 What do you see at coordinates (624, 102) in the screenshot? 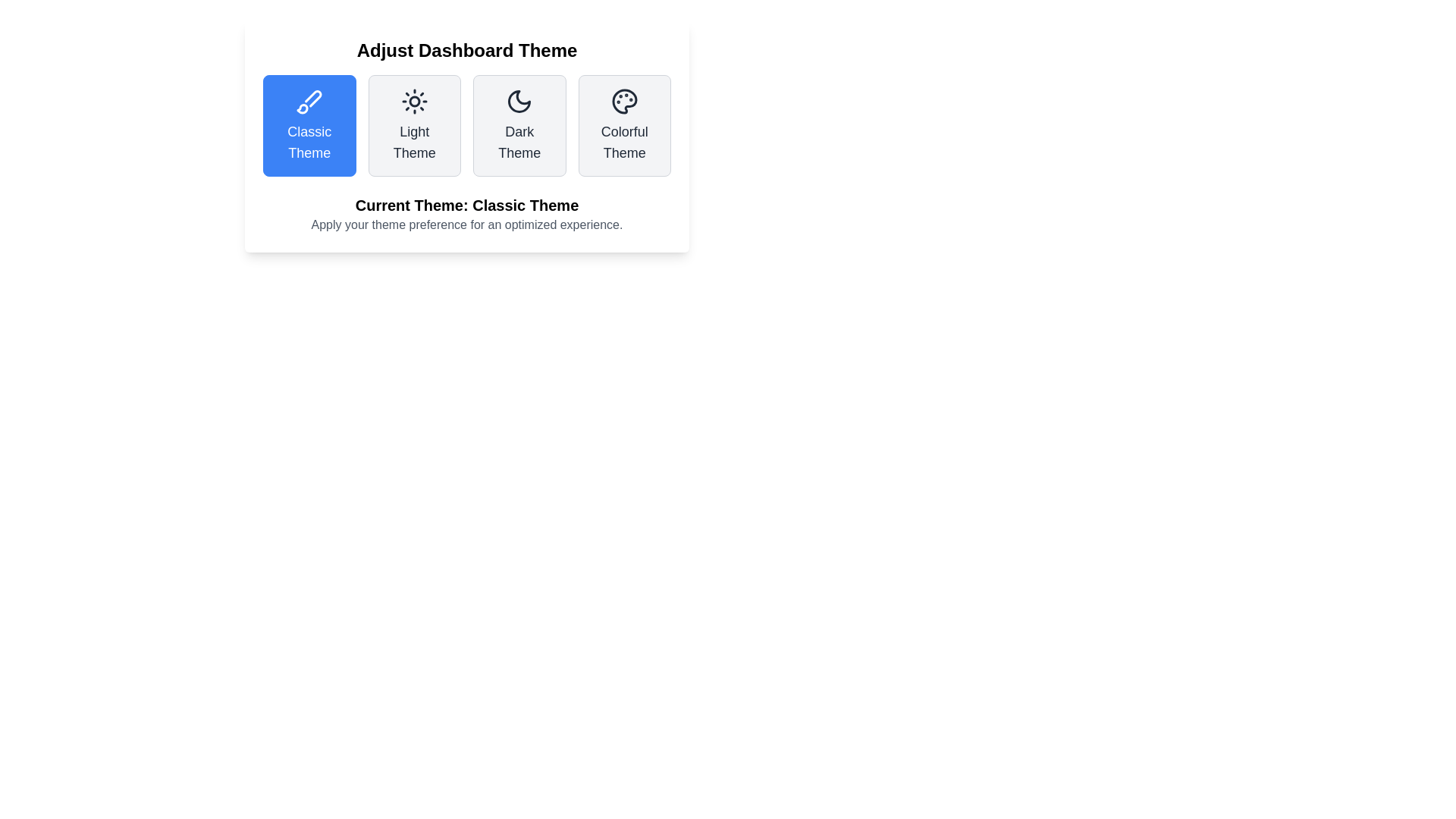
I see `the colorful theme icon located within the fourth button of the theme options group` at bounding box center [624, 102].